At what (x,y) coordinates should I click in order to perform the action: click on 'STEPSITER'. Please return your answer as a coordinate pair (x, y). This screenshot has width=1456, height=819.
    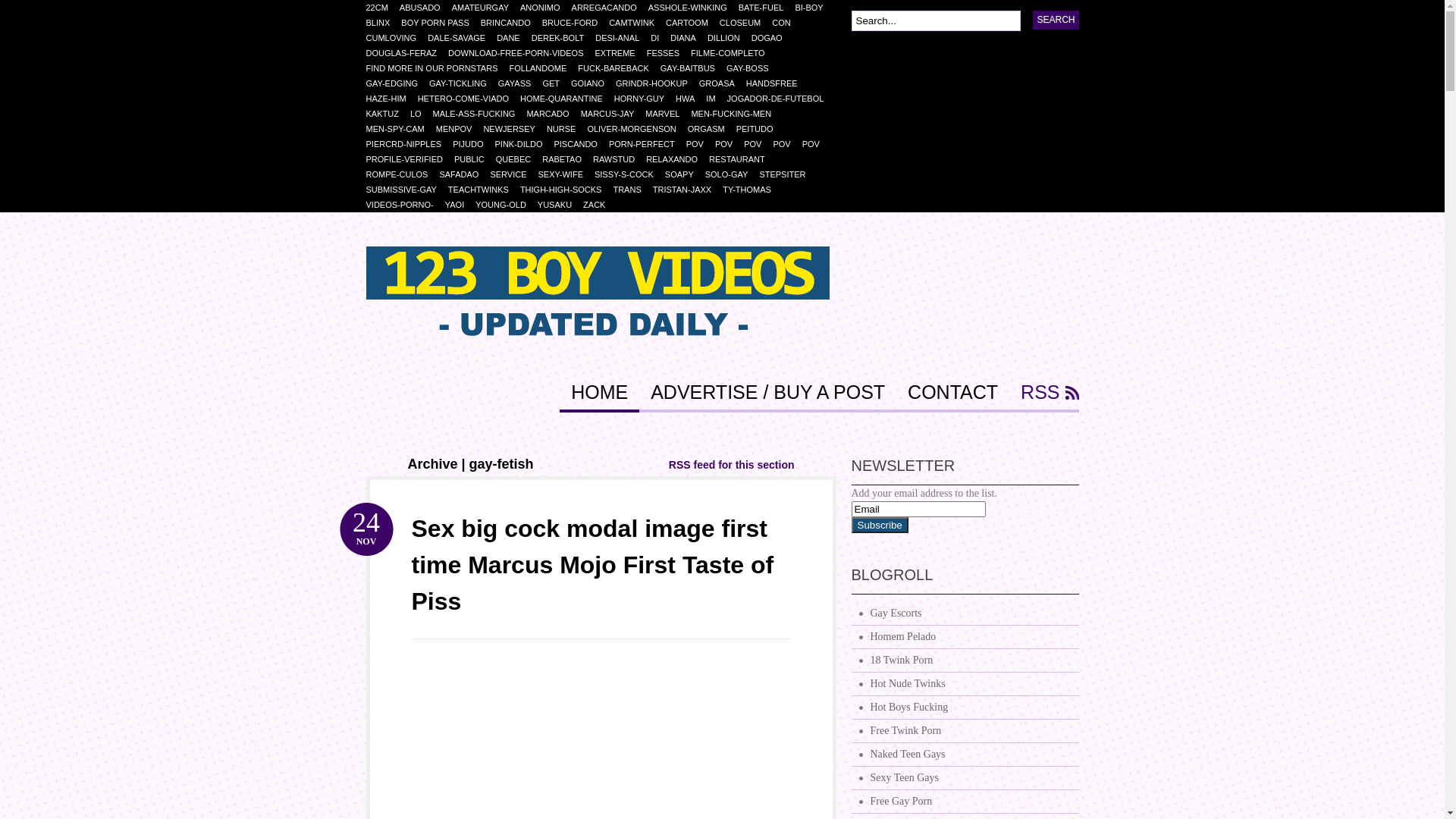
    Looking at the image, I should click on (759, 174).